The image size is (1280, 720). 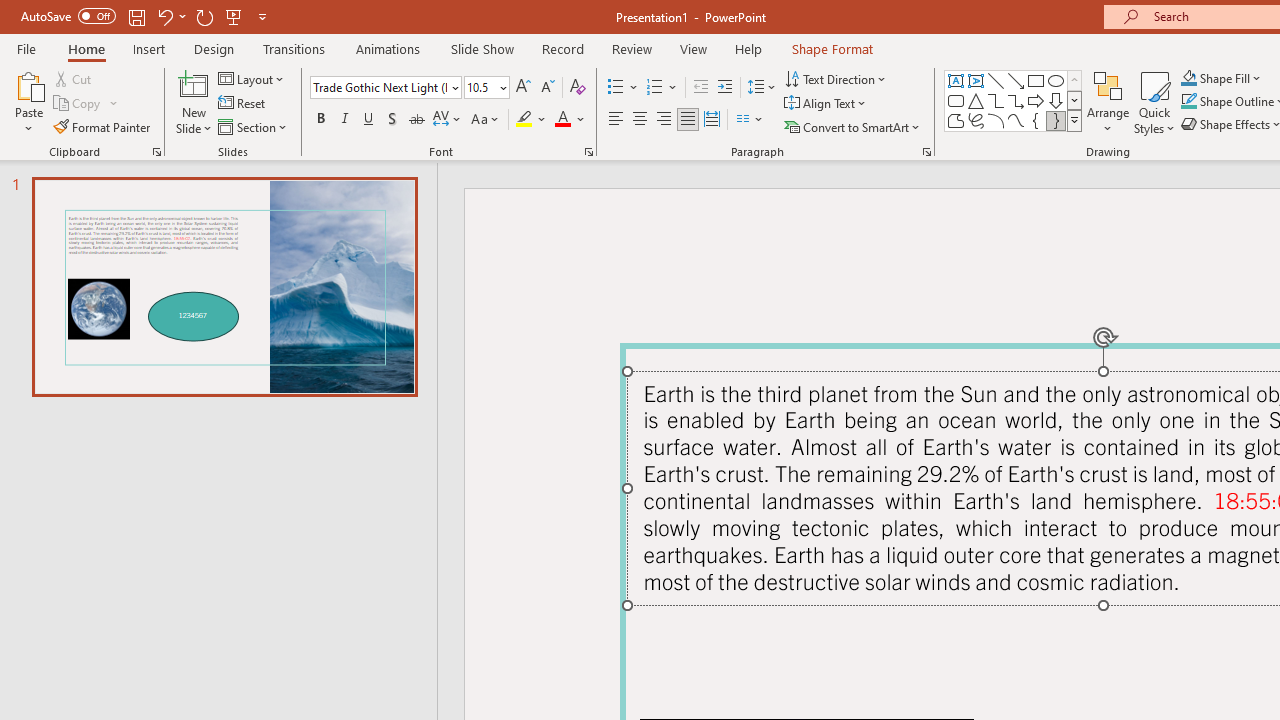 I want to click on 'Increase Indent', so click(x=724, y=86).